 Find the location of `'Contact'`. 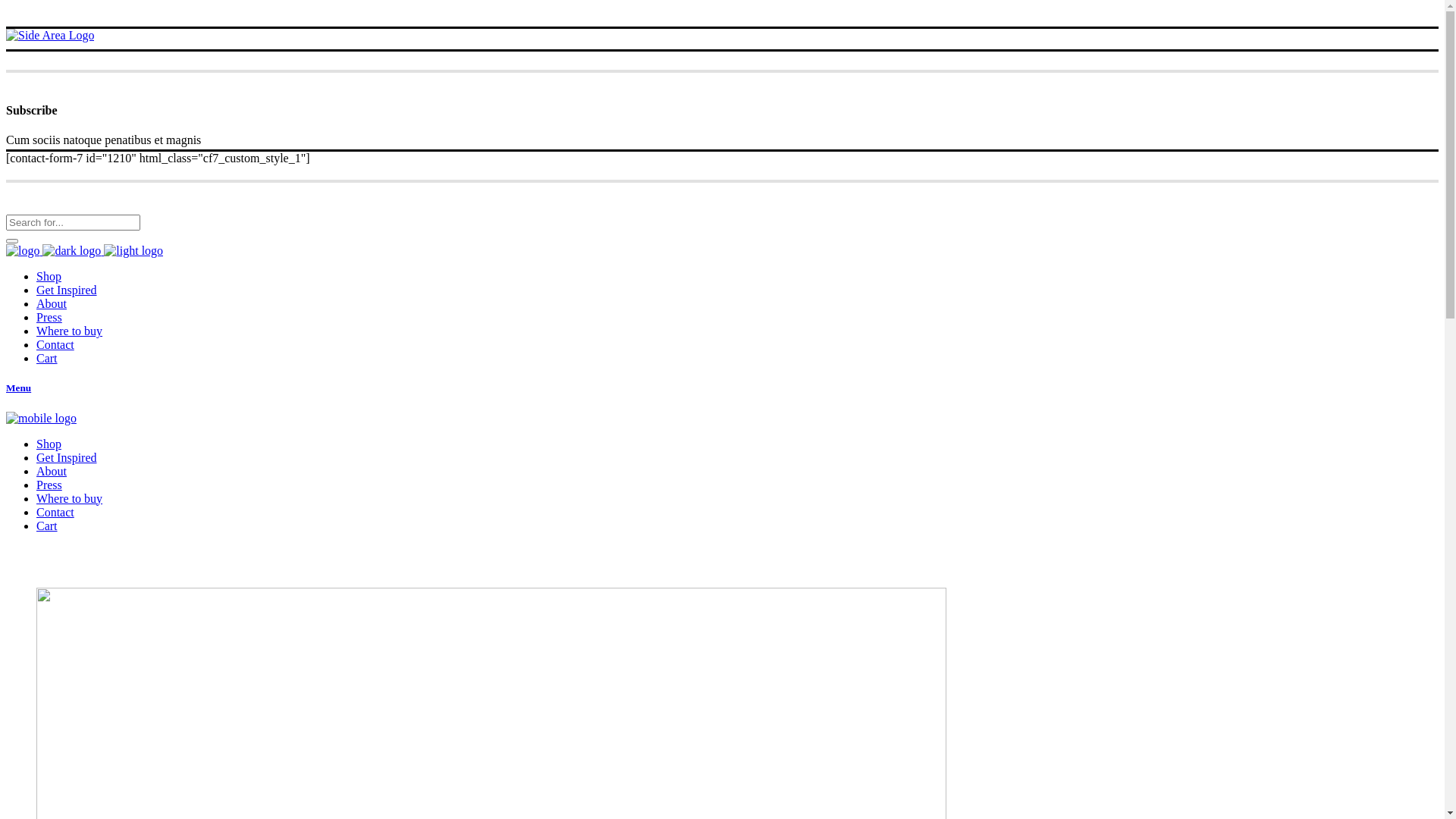

'Contact' is located at coordinates (55, 344).